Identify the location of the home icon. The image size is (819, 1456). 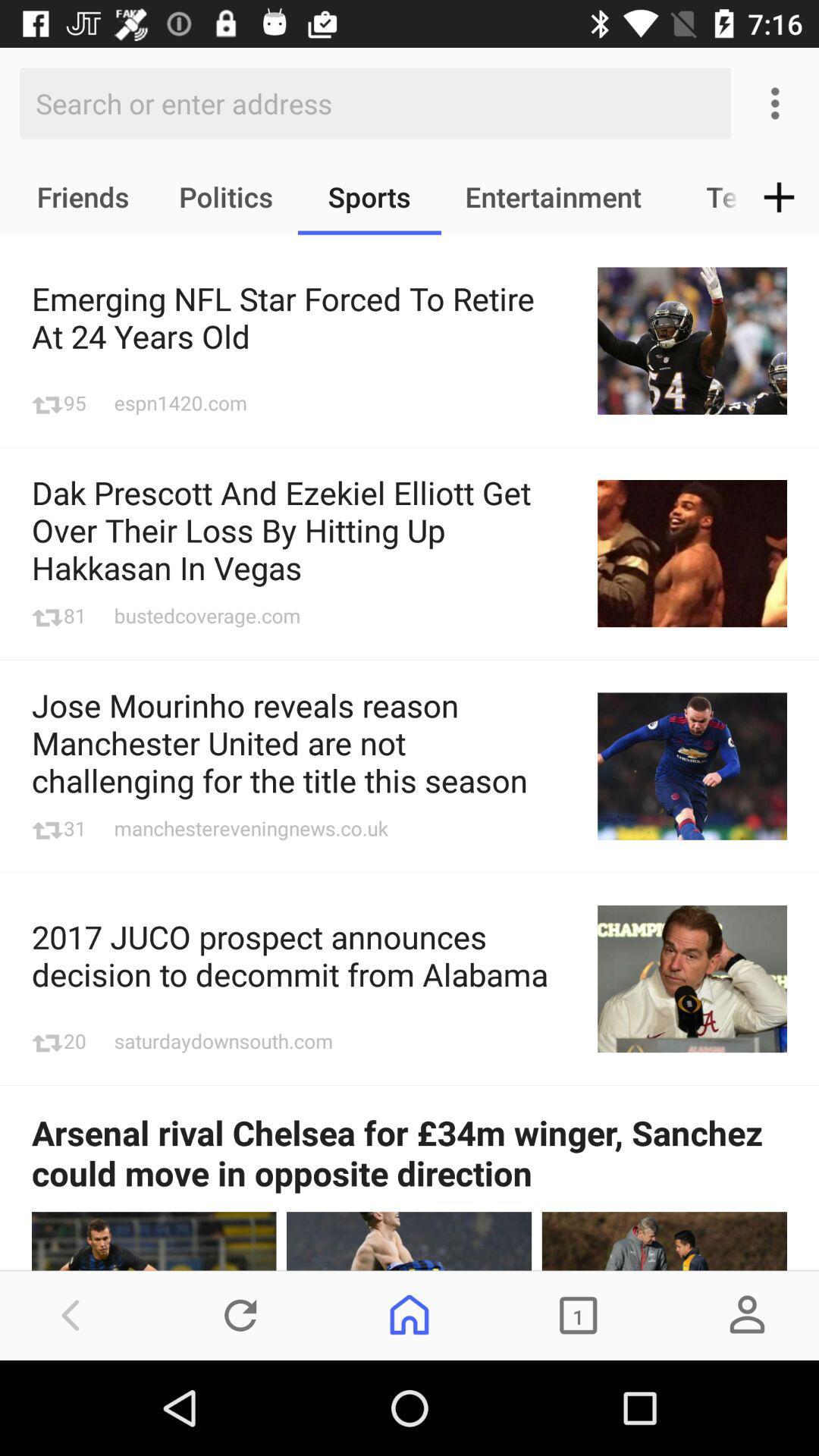
(409, 1314).